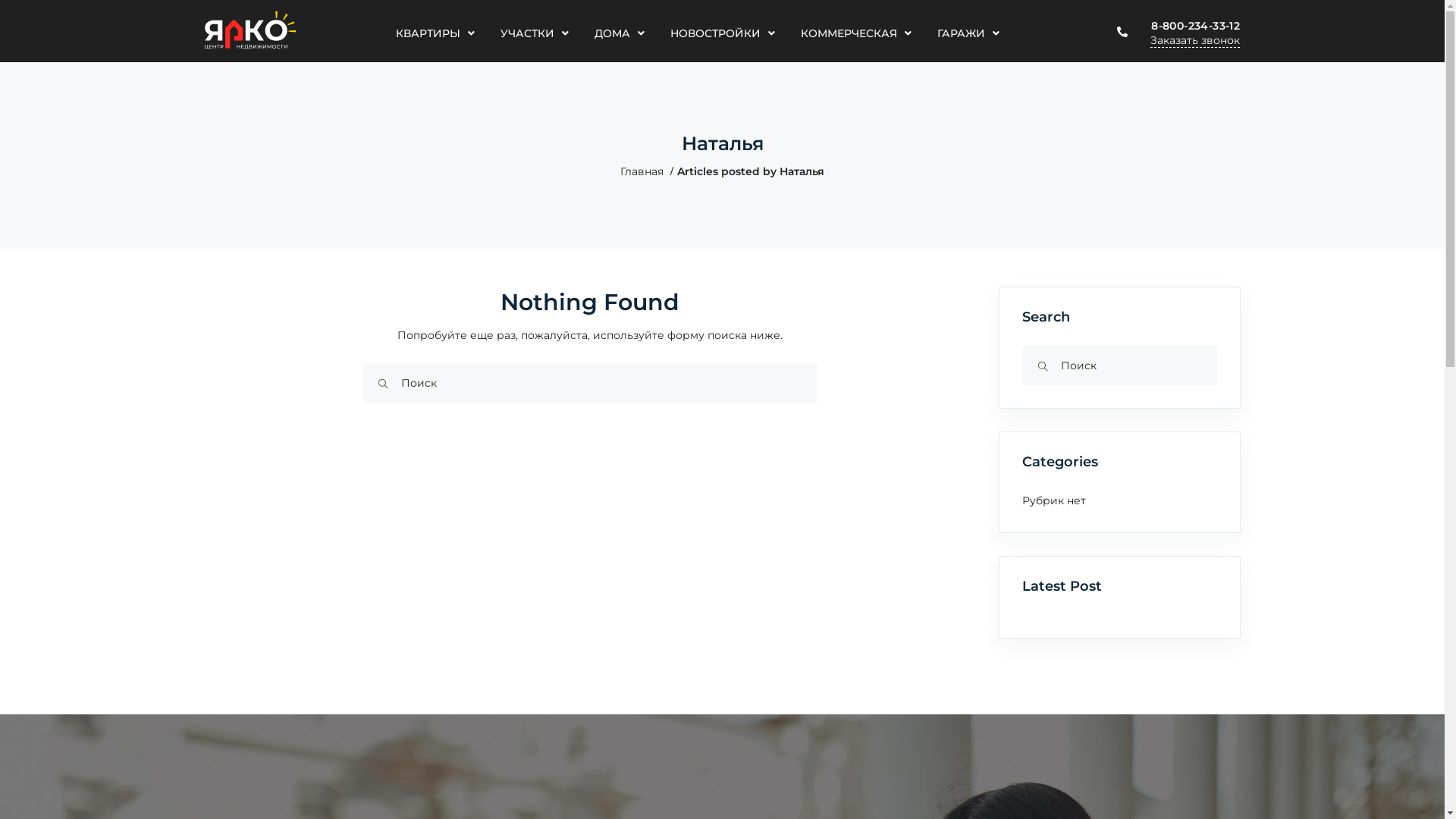 This screenshot has height=819, width=1456. I want to click on '8-800-234-33-12', so click(1194, 26).